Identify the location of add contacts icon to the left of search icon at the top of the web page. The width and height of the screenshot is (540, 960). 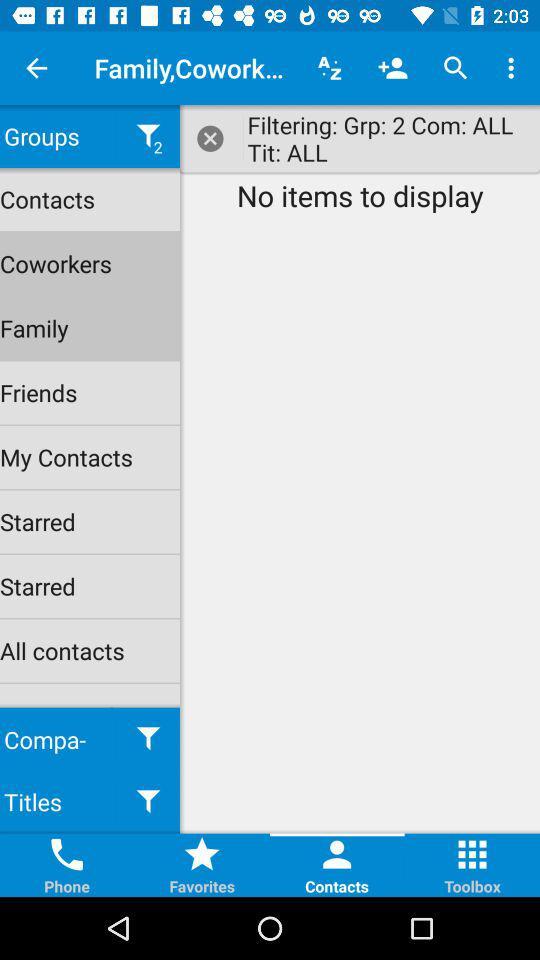
(393, 68).